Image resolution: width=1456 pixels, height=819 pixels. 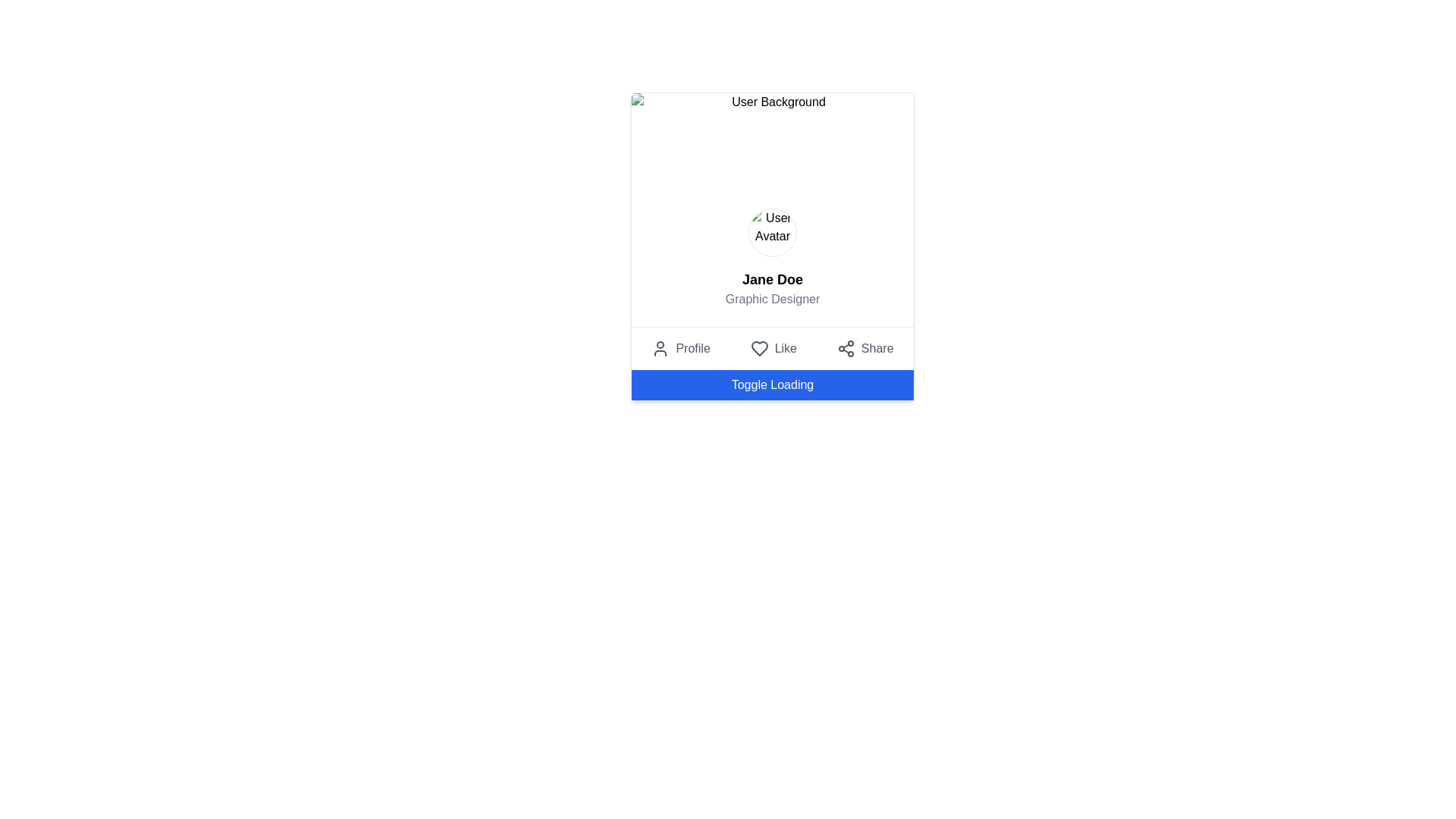 What do you see at coordinates (759, 348) in the screenshot?
I see `heart icon within the 'Like' button for accessibility purposes` at bounding box center [759, 348].